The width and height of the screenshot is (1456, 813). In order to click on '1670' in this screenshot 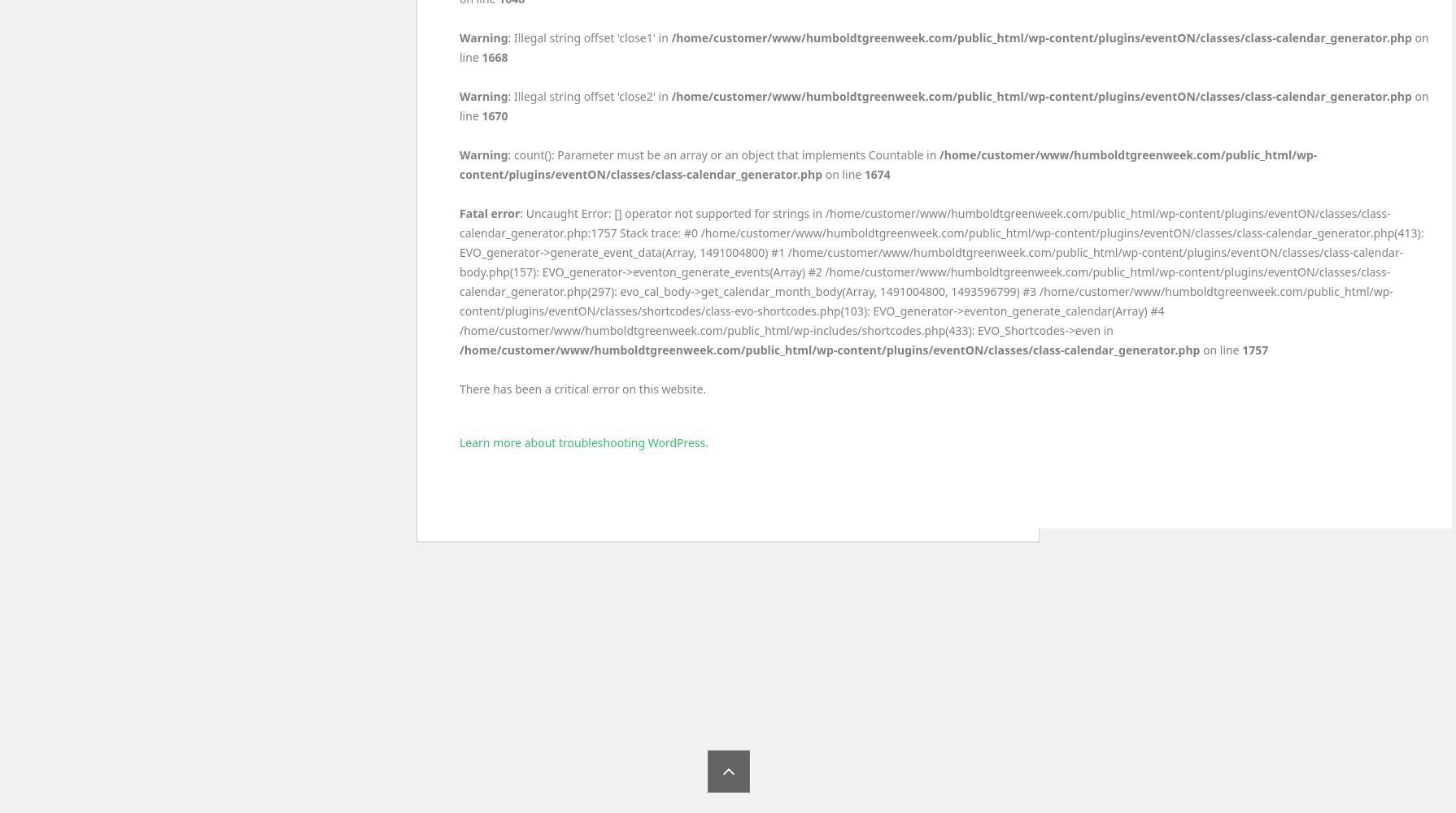, I will do `click(494, 115)`.